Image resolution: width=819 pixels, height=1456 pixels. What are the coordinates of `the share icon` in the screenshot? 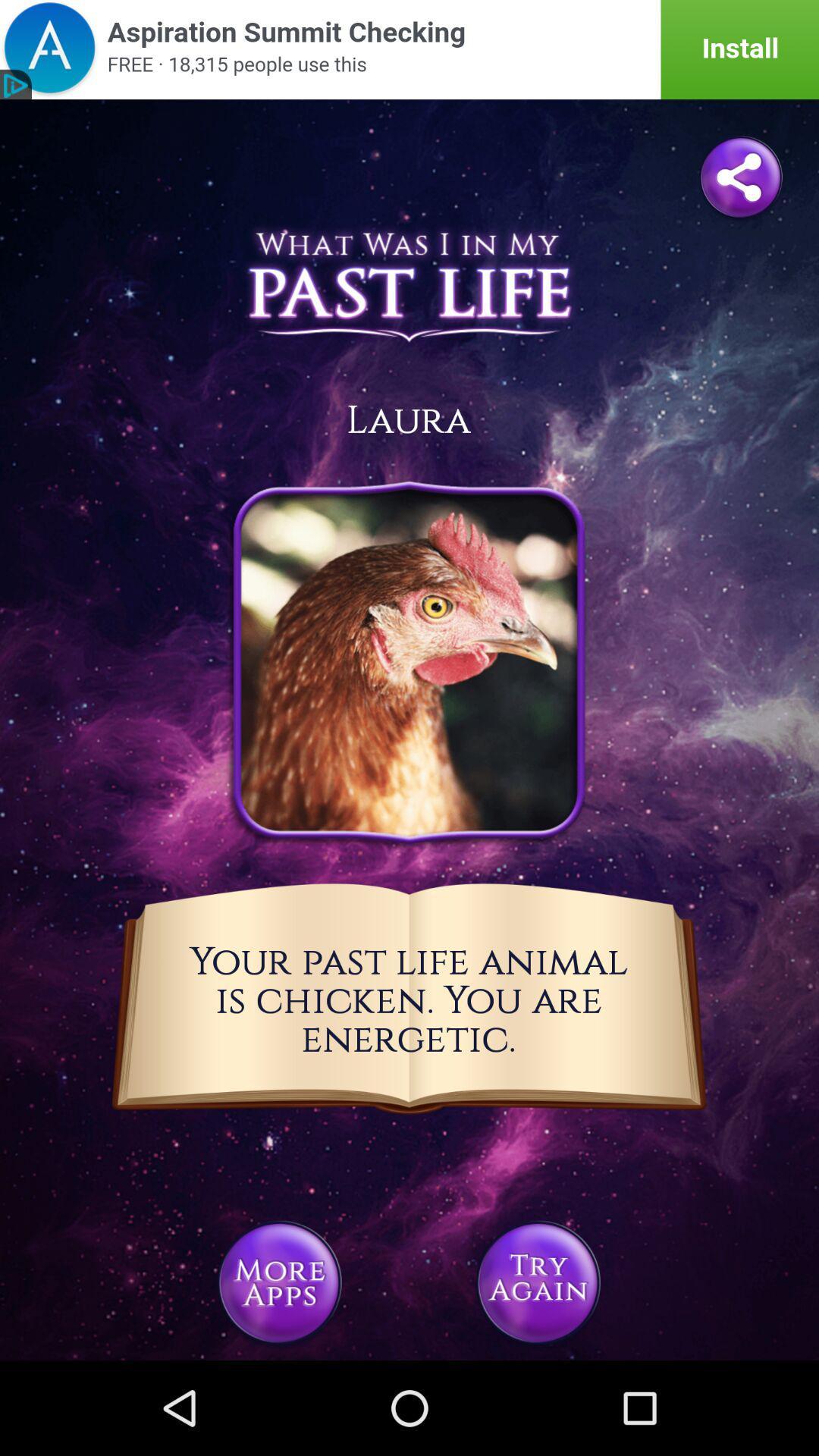 It's located at (740, 189).